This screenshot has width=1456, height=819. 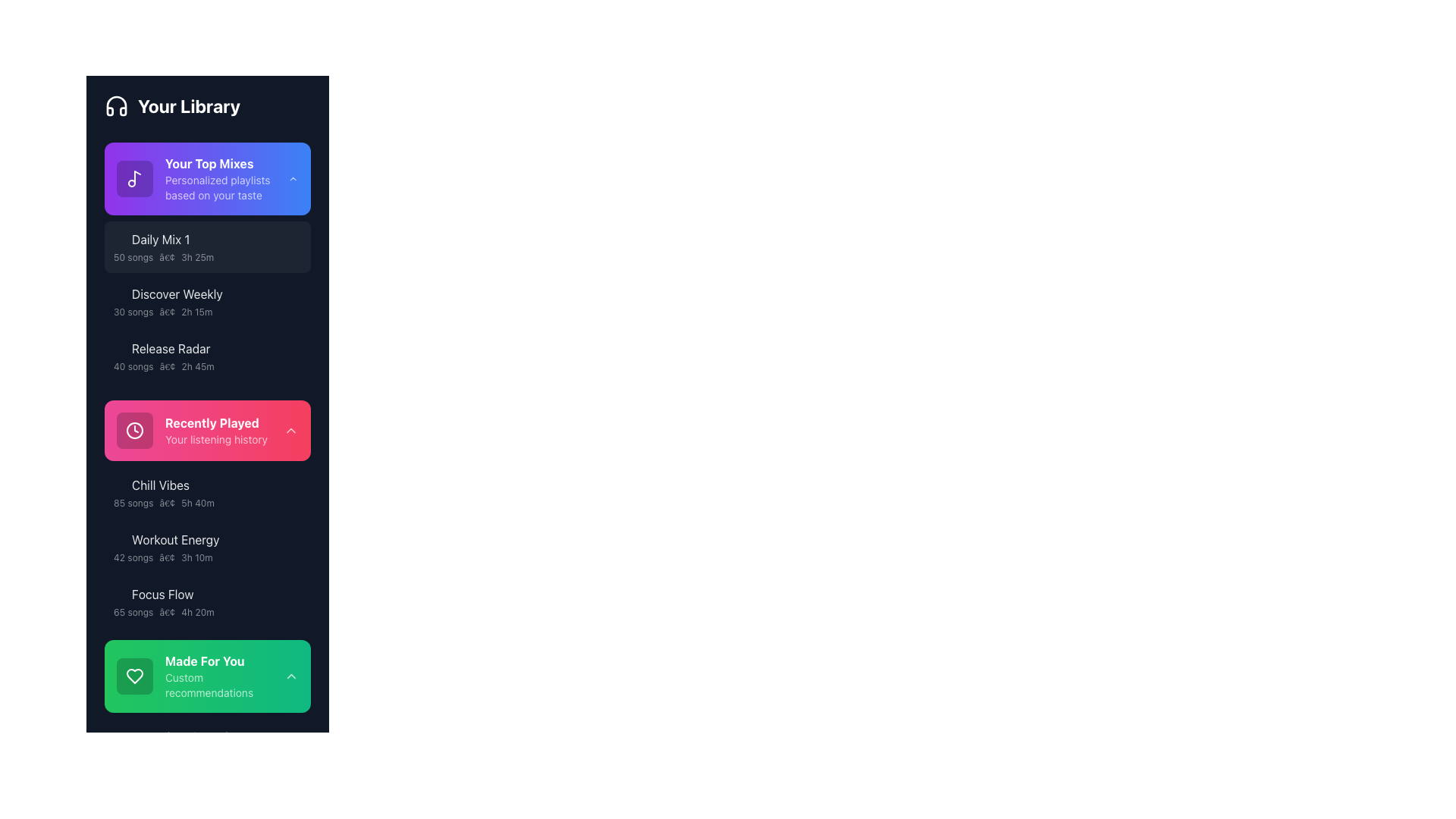 What do you see at coordinates (167, 312) in the screenshot?
I see `the bullet character ('•') positioned between '30 songs' and '2h 15m' in the 'Discover Weekly' section of 'Your Library'` at bounding box center [167, 312].